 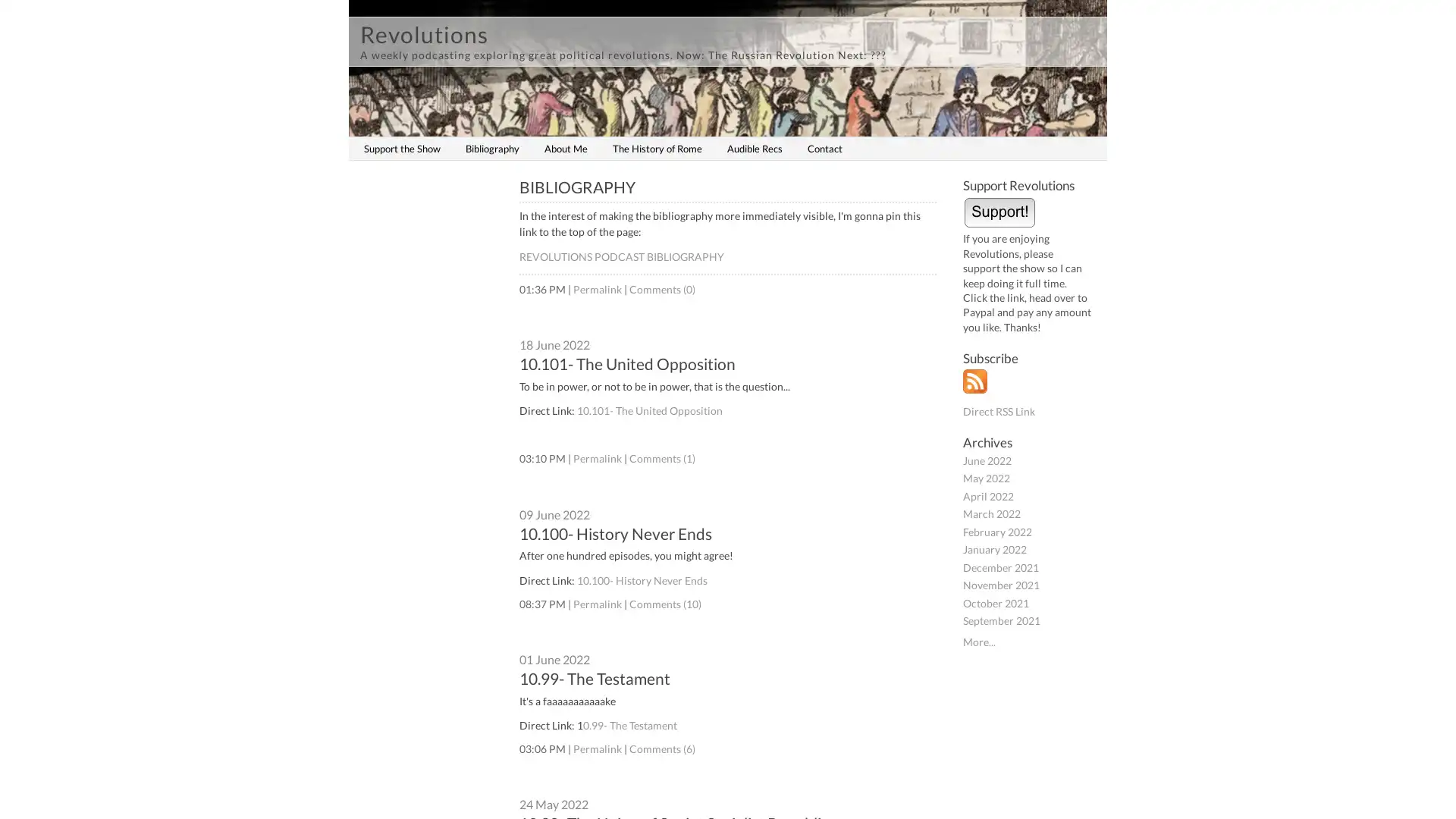 What do you see at coordinates (999, 211) in the screenshot?
I see `PayPal - The safer, easier way to pay online!` at bounding box center [999, 211].